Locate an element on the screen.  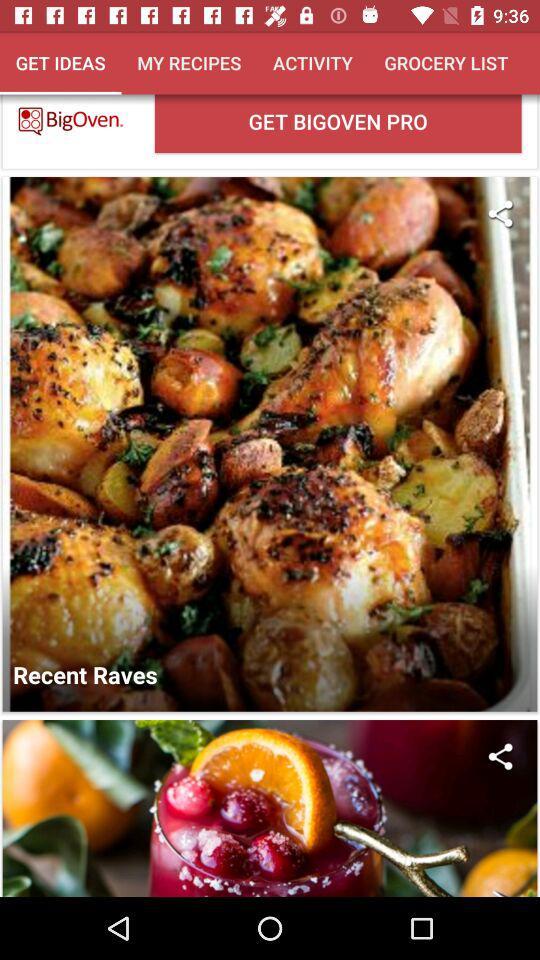
the get bigoven pro item is located at coordinates (337, 122).